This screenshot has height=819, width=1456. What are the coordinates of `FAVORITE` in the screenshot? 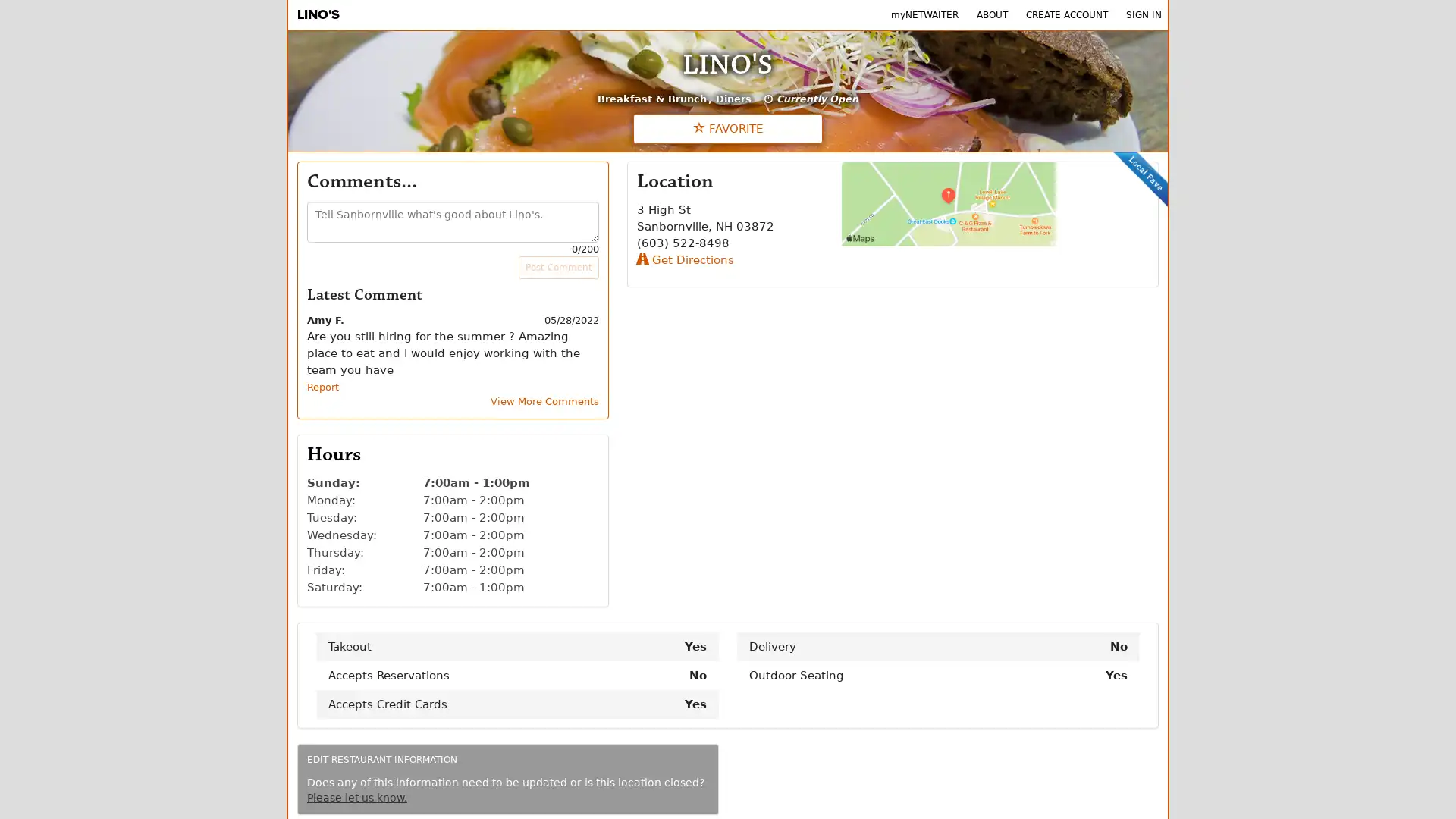 It's located at (728, 127).